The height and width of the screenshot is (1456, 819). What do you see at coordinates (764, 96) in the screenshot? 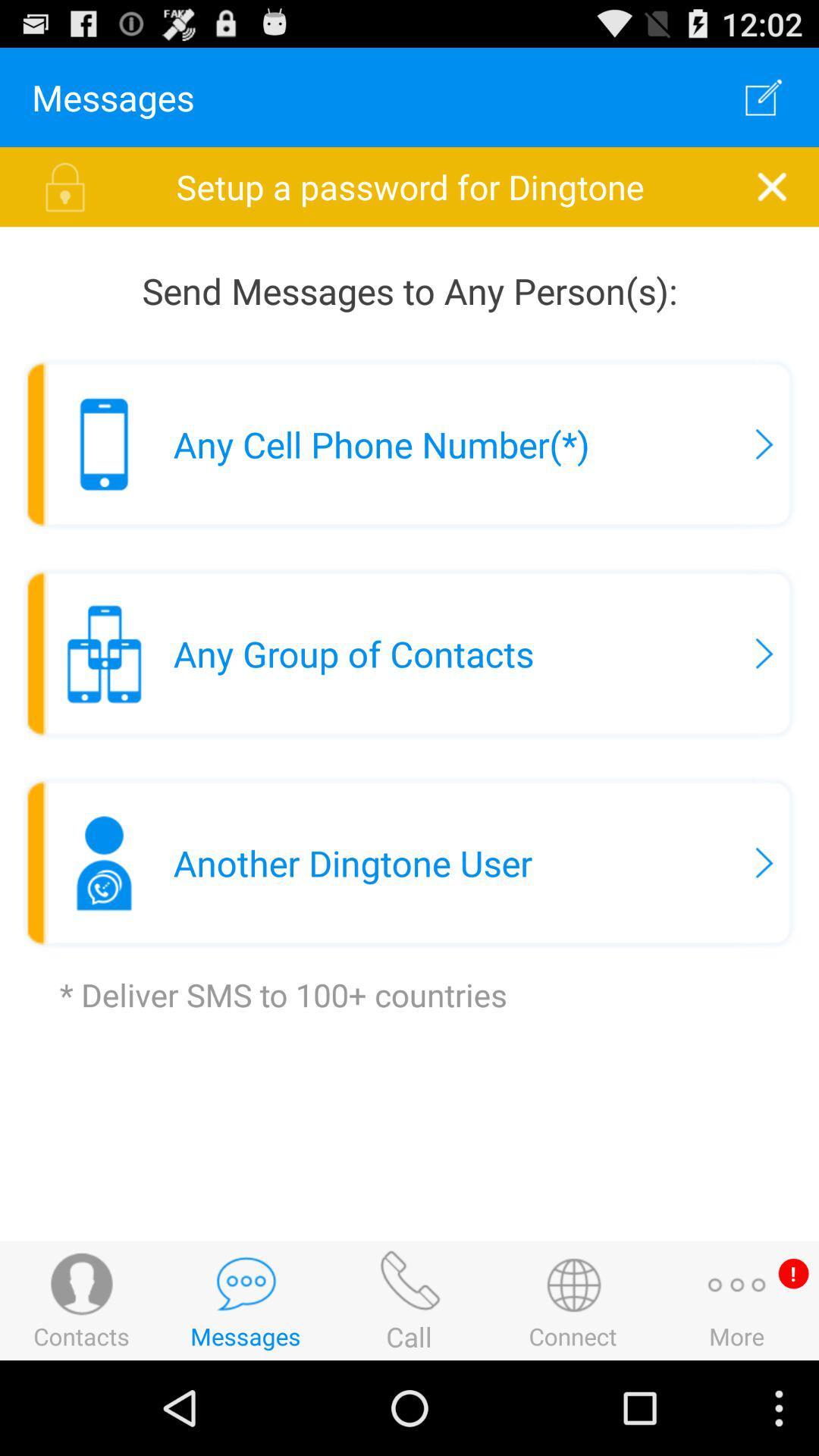
I see `the item next to the messages icon` at bounding box center [764, 96].